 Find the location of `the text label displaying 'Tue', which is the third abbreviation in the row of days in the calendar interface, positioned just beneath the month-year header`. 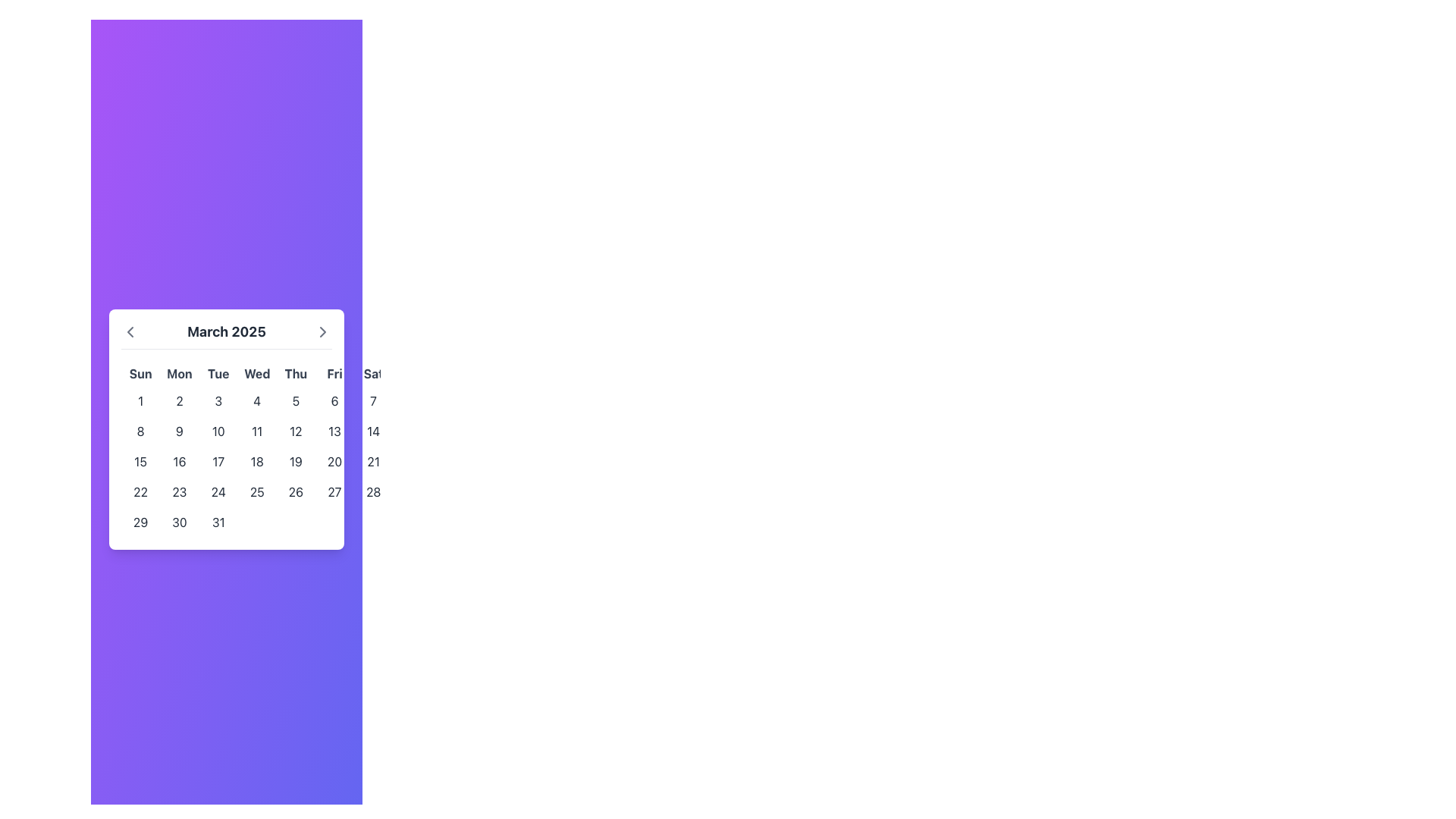

the text label displaying 'Tue', which is the third abbreviation in the row of days in the calendar interface, positioned just beneath the month-year header is located at coordinates (218, 373).